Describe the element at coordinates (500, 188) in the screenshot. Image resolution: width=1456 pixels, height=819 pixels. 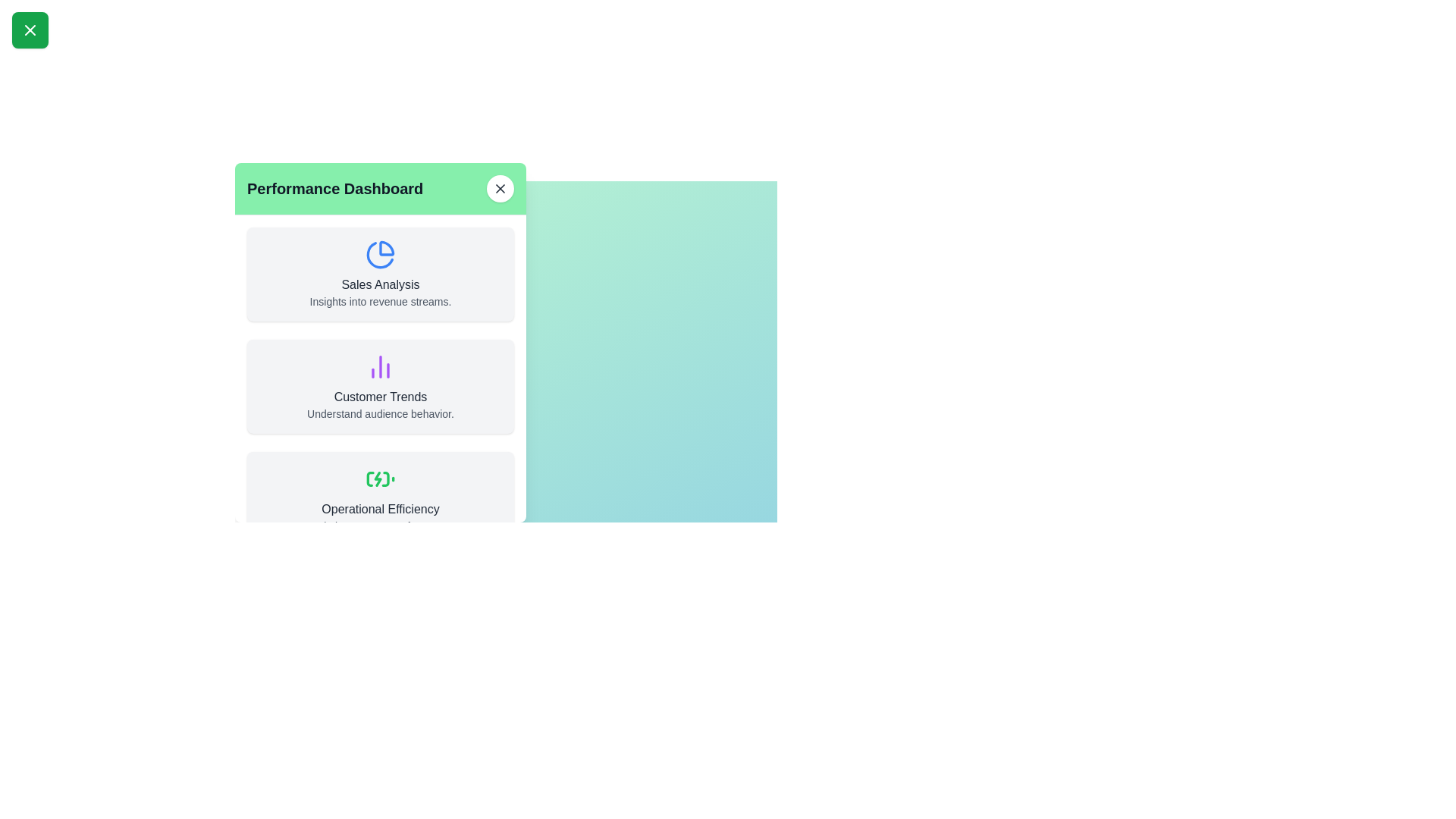
I see `the close button located at the top right corner of the 'Performance Dashboard' header` at that location.